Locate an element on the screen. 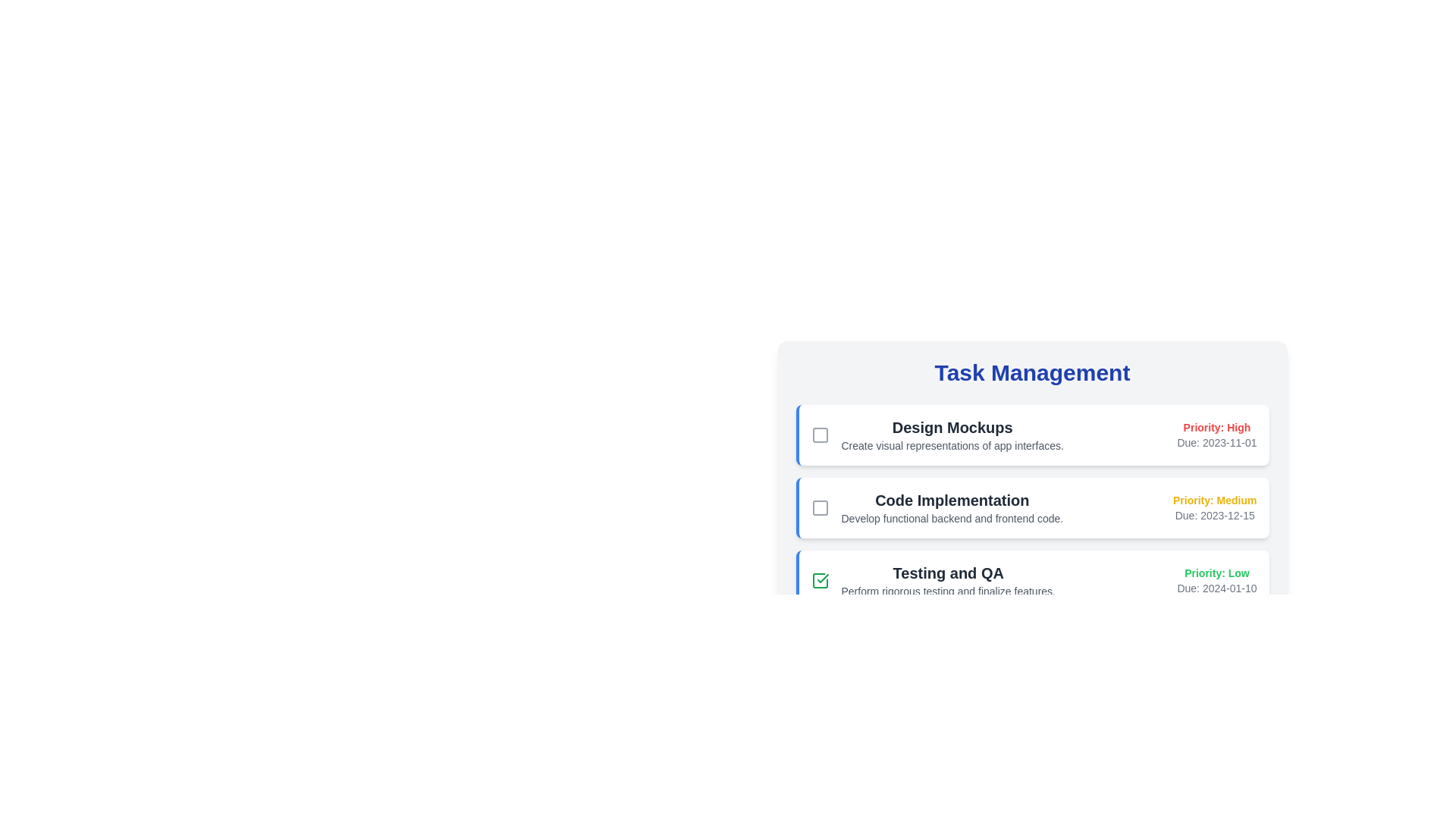 This screenshot has height=819, width=1456. the Text label displaying 'Priority: High' and 'Due: 2023-11-01', which is positioned on the right side of the 'Design Mockups' section under 'Task Management' is located at coordinates (1216, 435).